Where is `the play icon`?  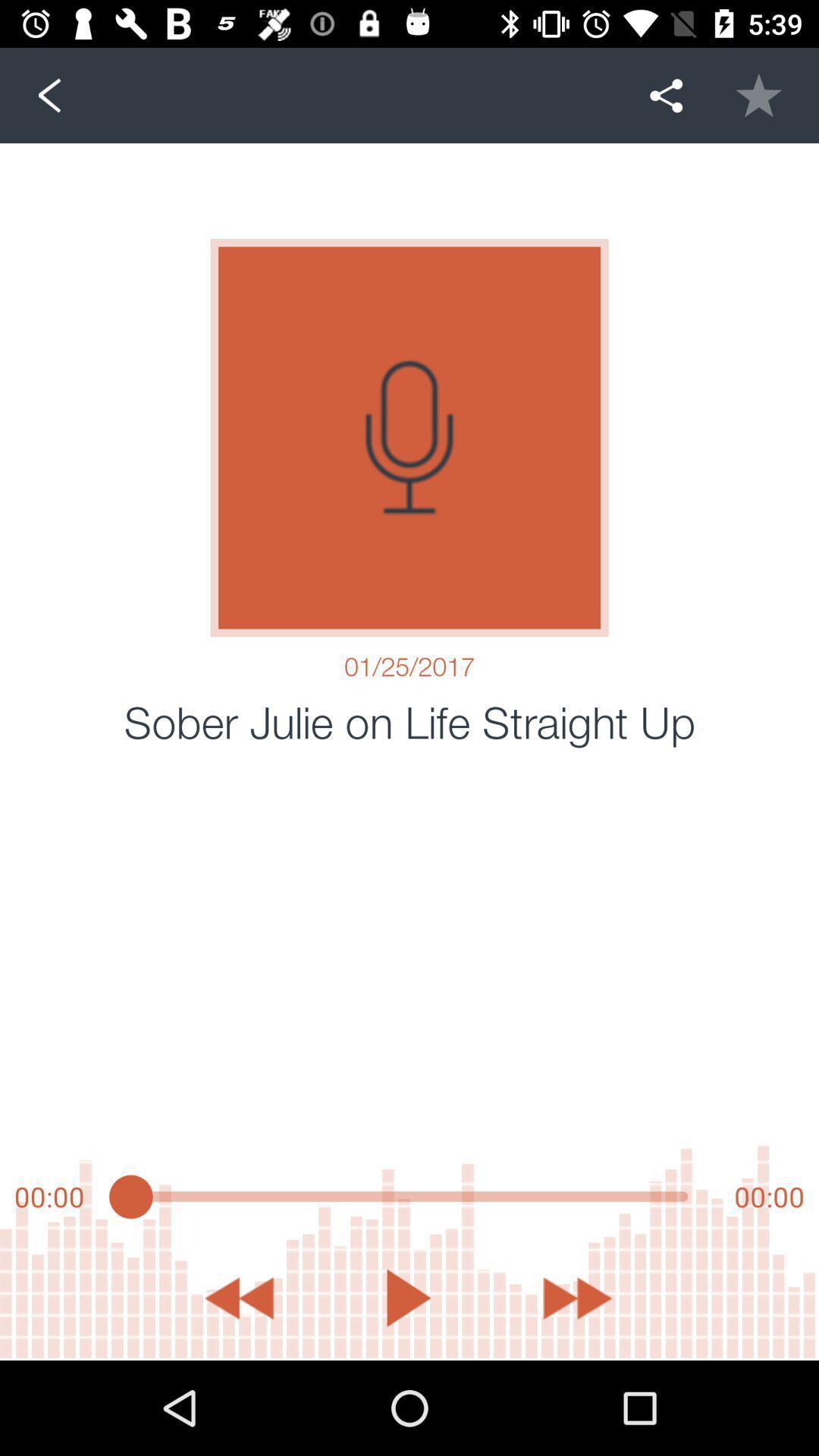 the play icon is located at coordinates (408, 1298).